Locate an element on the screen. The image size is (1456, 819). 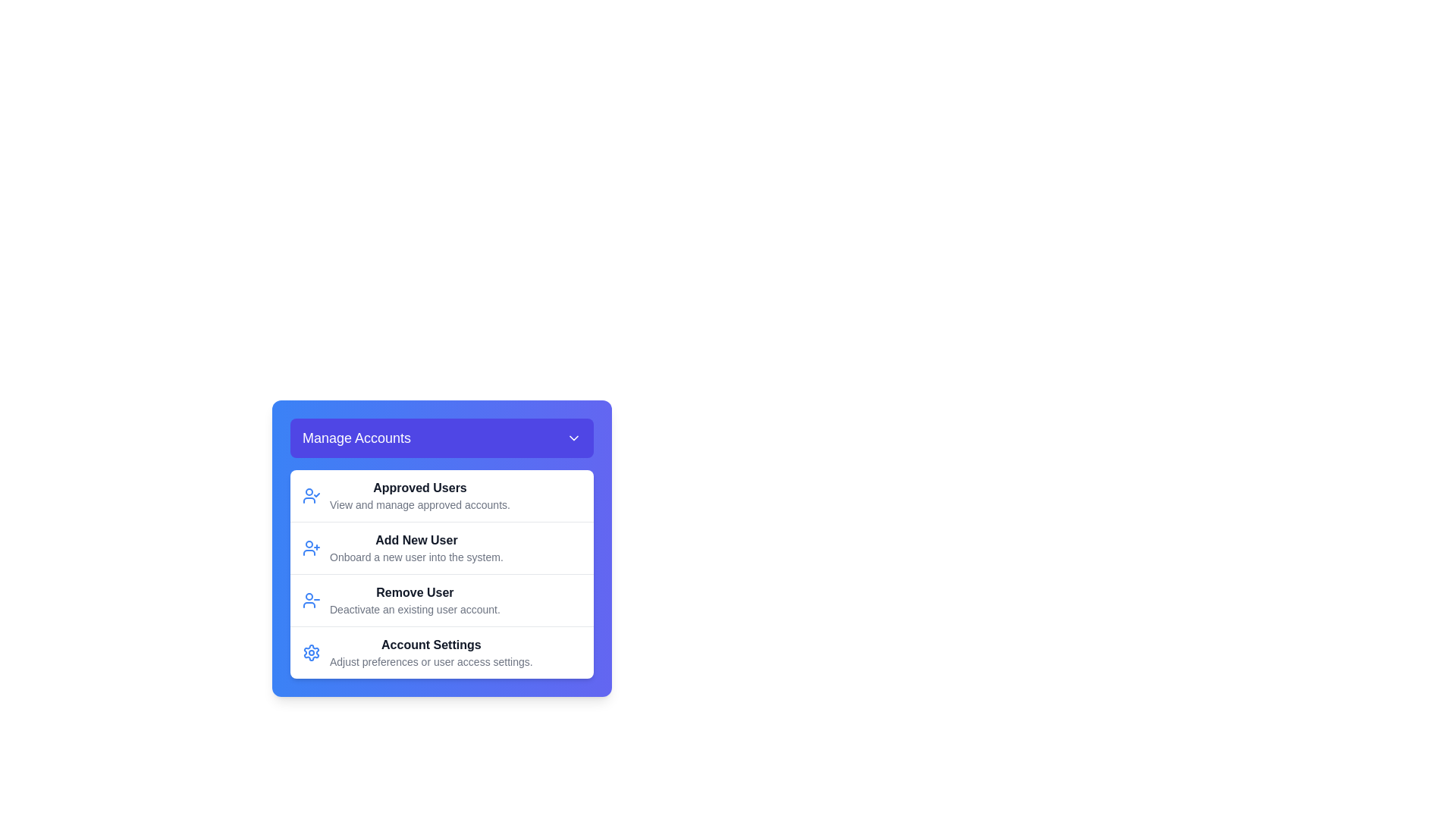
the 'Approved Users' menu option, which is the first item in the list under 'Manage Accounts', indicated by a blue user icon with a checkmark to its left is located at coordinates (419, 496).